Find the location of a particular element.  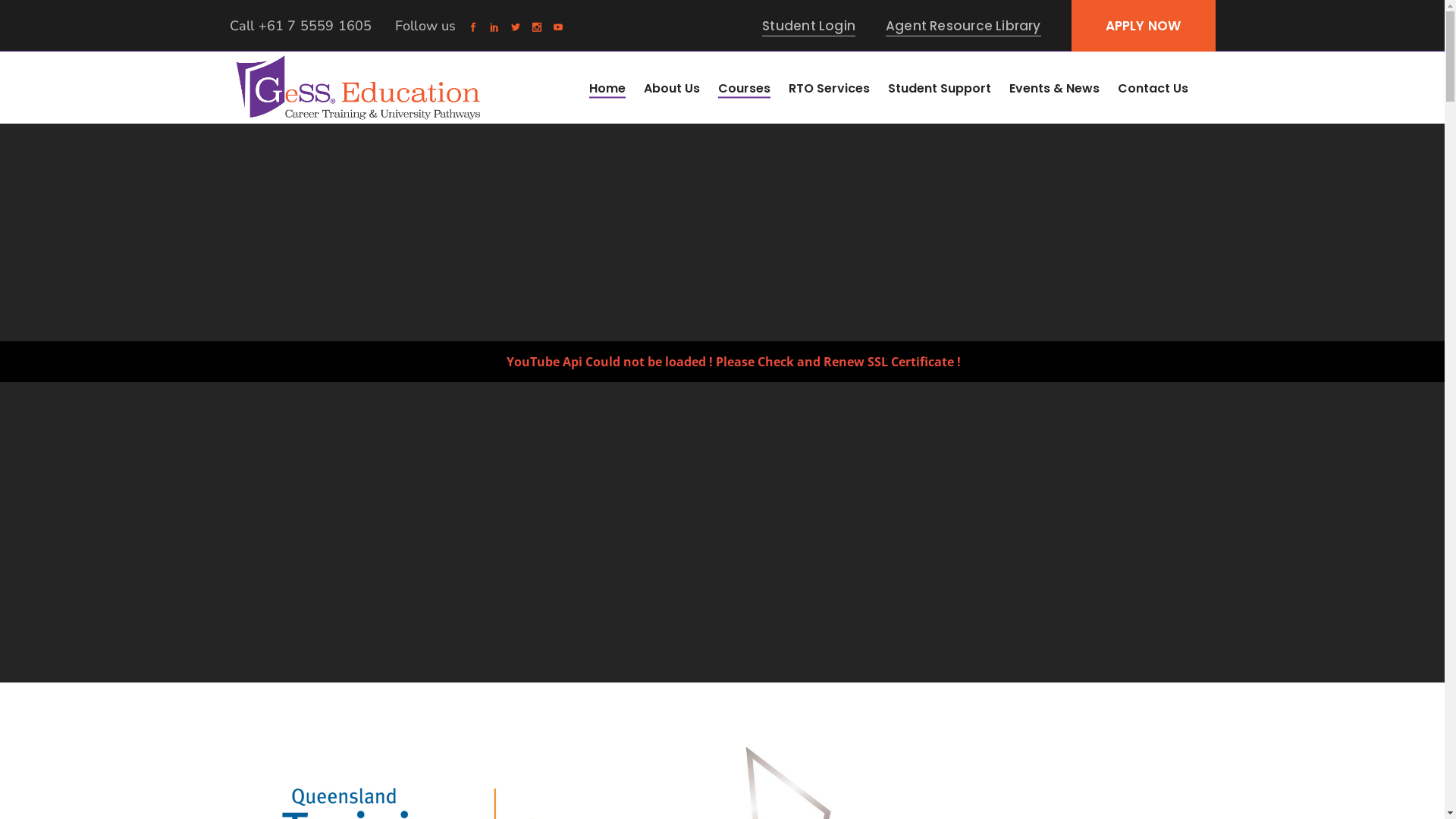

'APPLY NOW' is located at coordinates (1143, 26).